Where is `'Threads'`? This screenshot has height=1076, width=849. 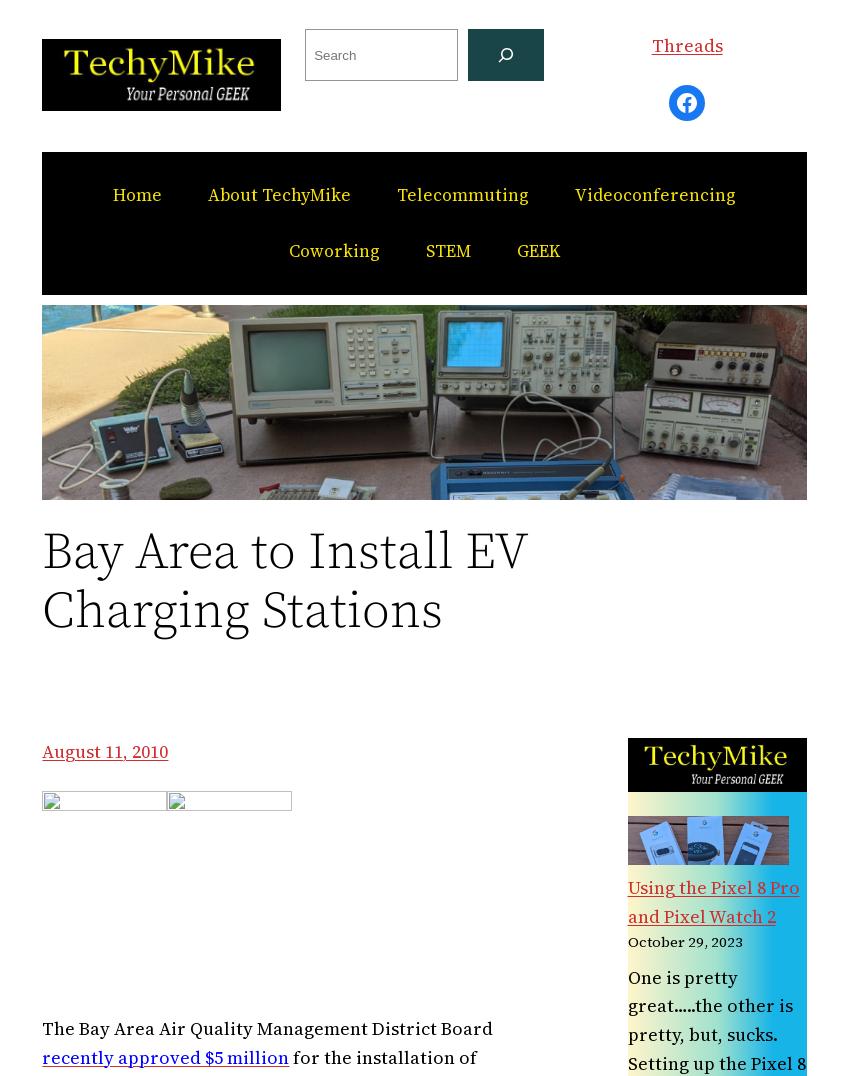 'Threads' is located at coordinates (685, 44).